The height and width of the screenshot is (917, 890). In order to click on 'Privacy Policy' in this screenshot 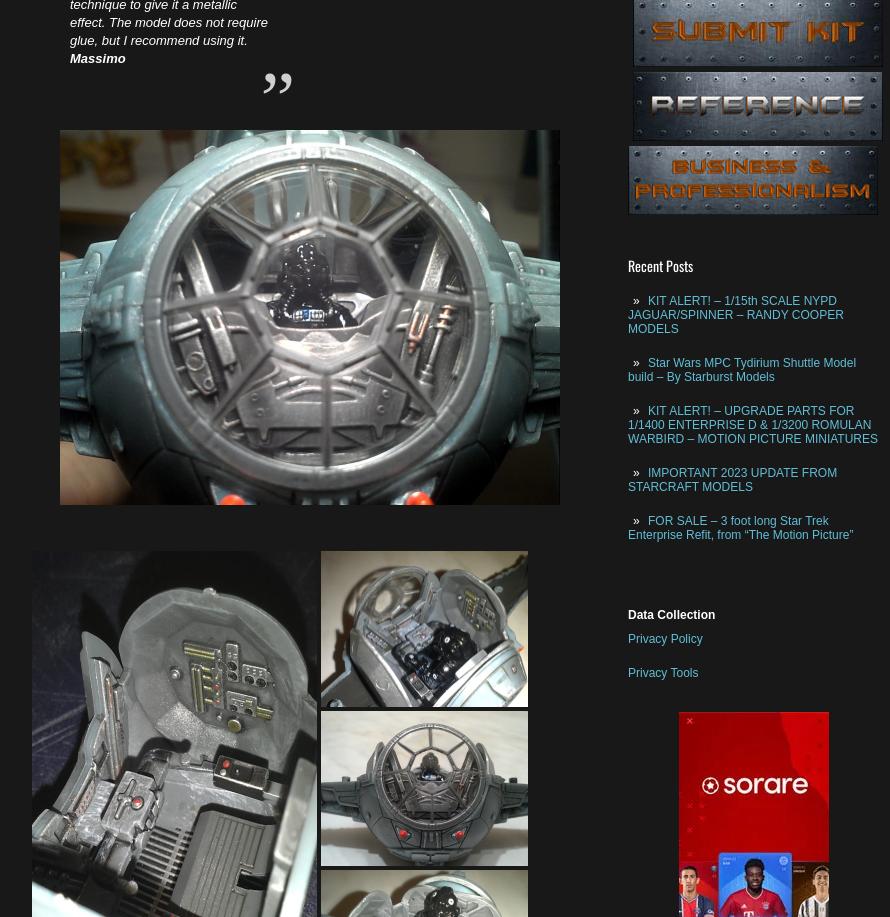, I will do `click(665, 636)`.